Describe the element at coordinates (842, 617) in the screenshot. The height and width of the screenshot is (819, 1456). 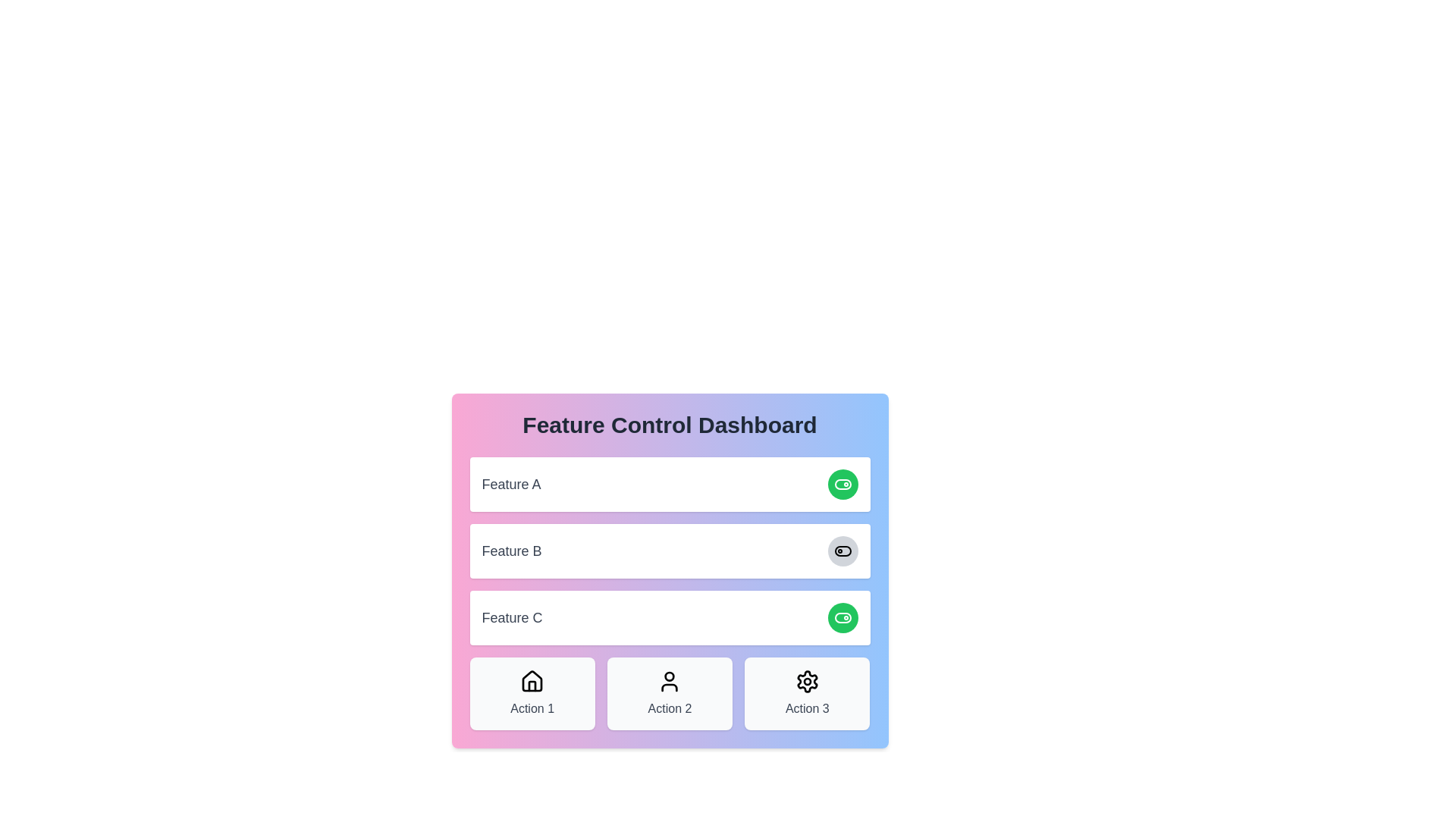
I see `the green circular toggle button with a white icon next to 'Feature C' in the Feature Control Dashboard to change its state` at that location.